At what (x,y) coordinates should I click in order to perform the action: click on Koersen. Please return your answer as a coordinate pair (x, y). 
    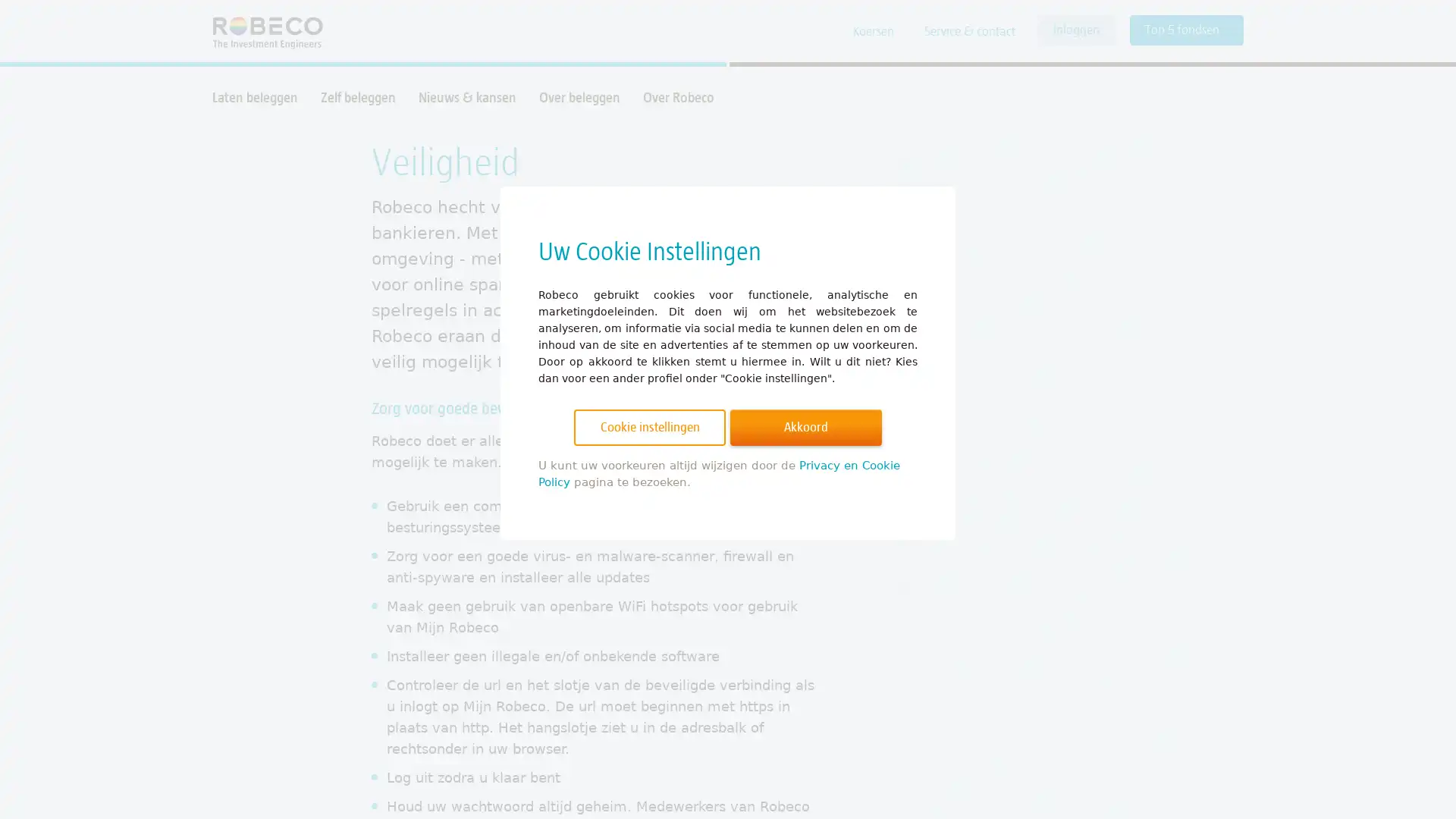
    Looking at the image, I should click on (874, 32).